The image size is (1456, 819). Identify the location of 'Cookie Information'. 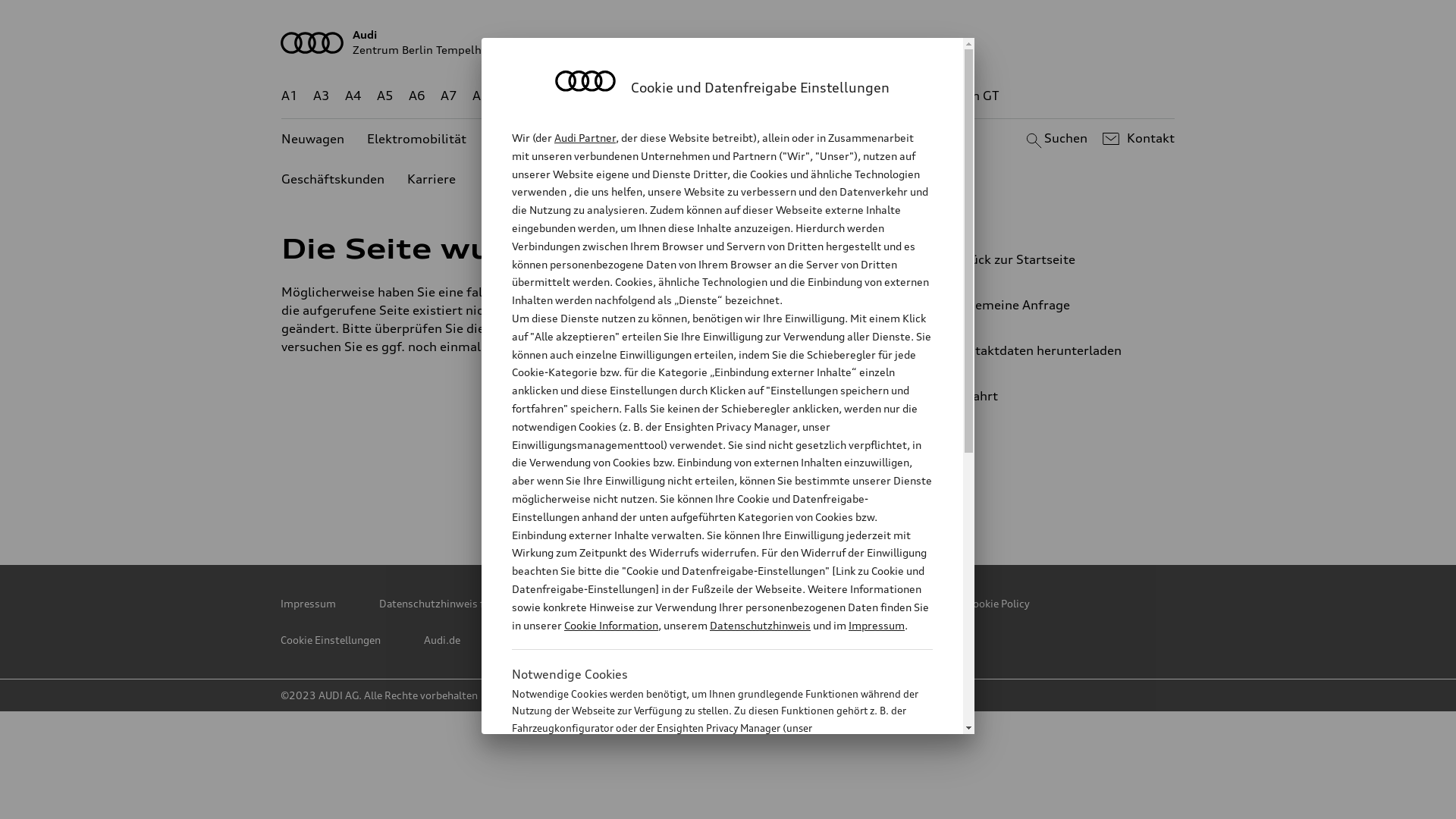
(704, 802).